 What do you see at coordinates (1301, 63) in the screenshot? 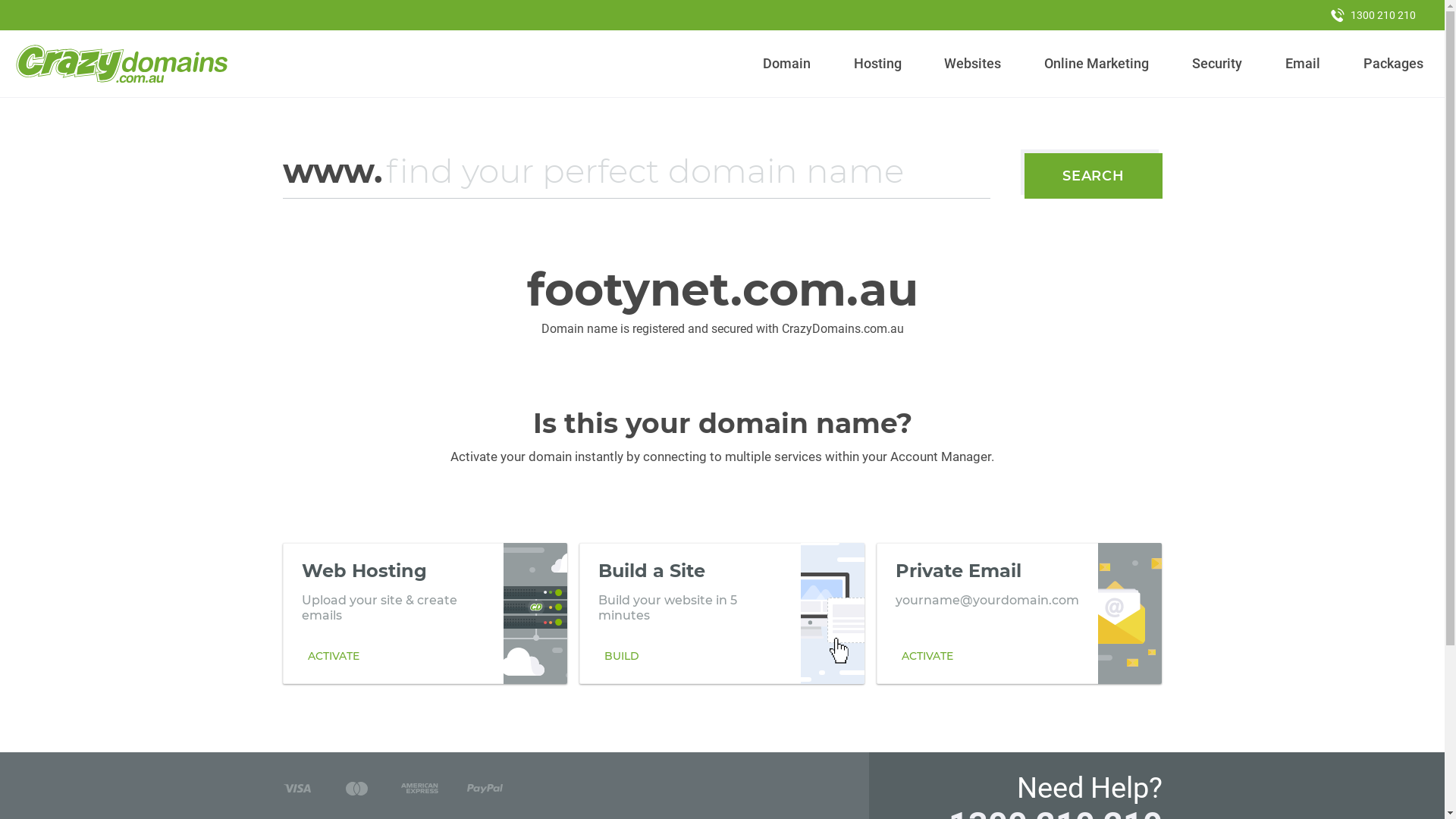
I see `'Email'` at bounding box center [1301, 63].